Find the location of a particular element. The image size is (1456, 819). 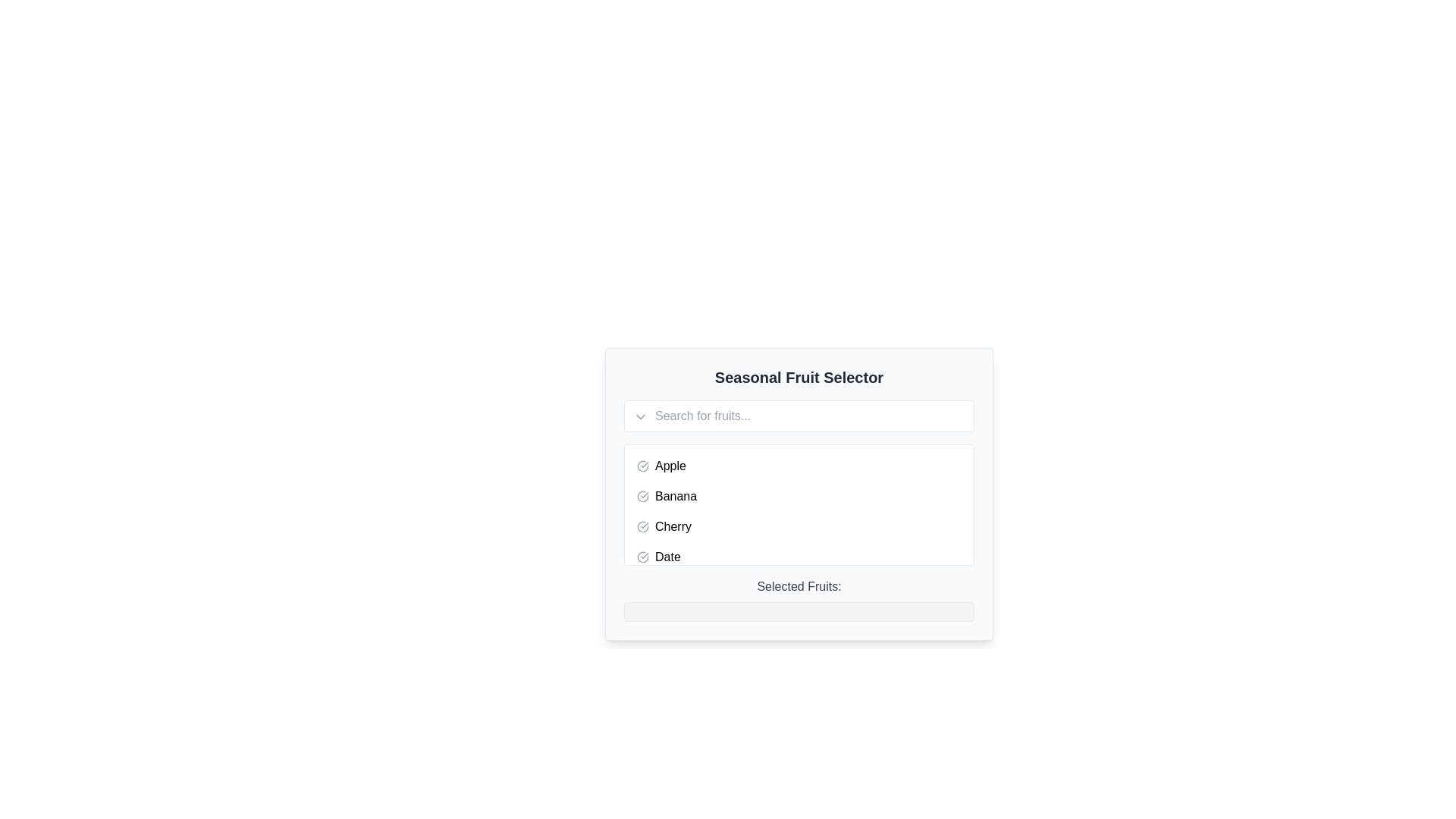

on the fourth selectable item in the list under the 'Seasonal Fruit Selector' search box is located at coordinates (799, 557).